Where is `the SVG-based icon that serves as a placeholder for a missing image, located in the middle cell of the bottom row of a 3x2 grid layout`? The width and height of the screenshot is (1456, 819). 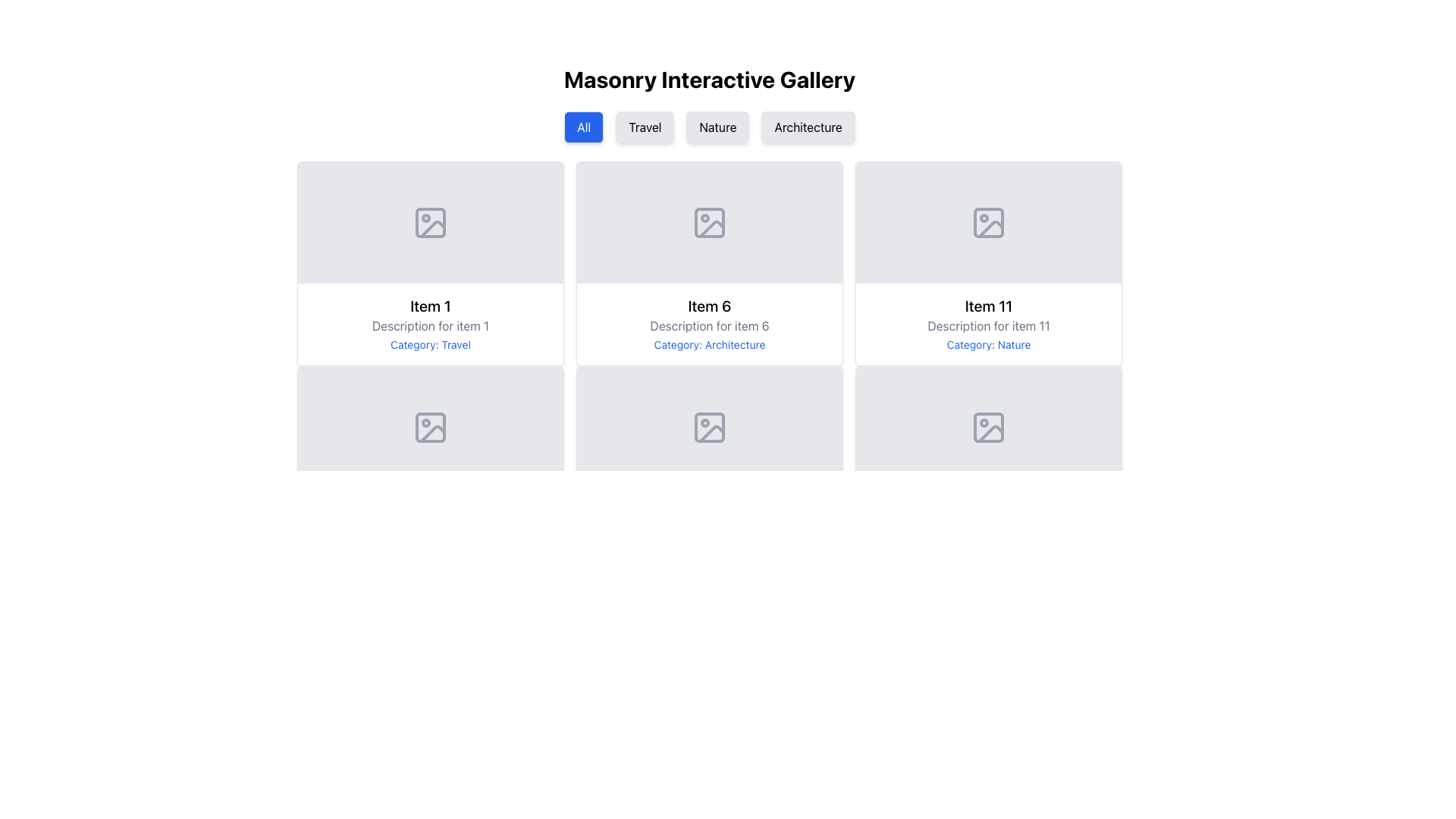 the SVG-based icon that serves as a placeholder for a missing image, located in the middle cell of the bottom row of a 3x2 grid layout is located at coordinates (709, 427).